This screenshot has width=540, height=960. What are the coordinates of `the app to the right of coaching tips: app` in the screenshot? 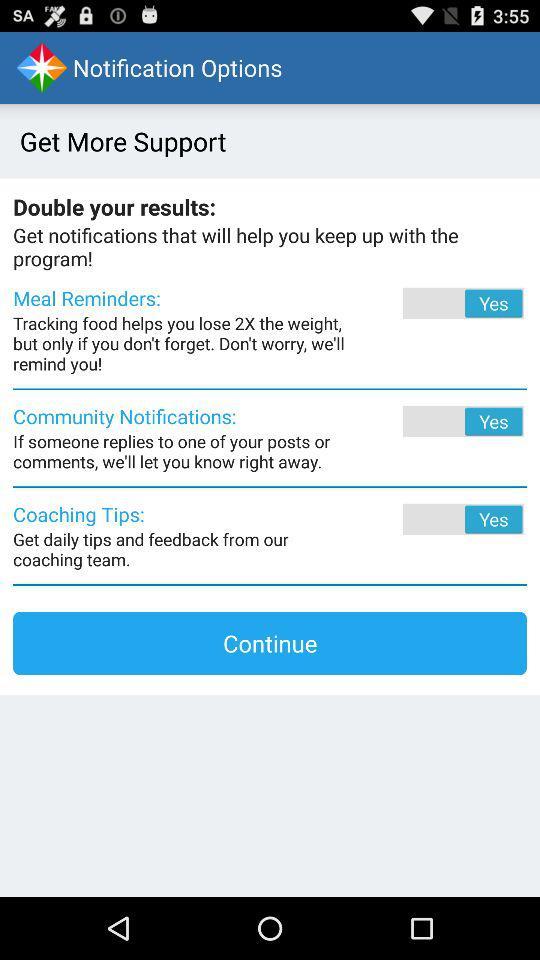 It's located at (435, 518).